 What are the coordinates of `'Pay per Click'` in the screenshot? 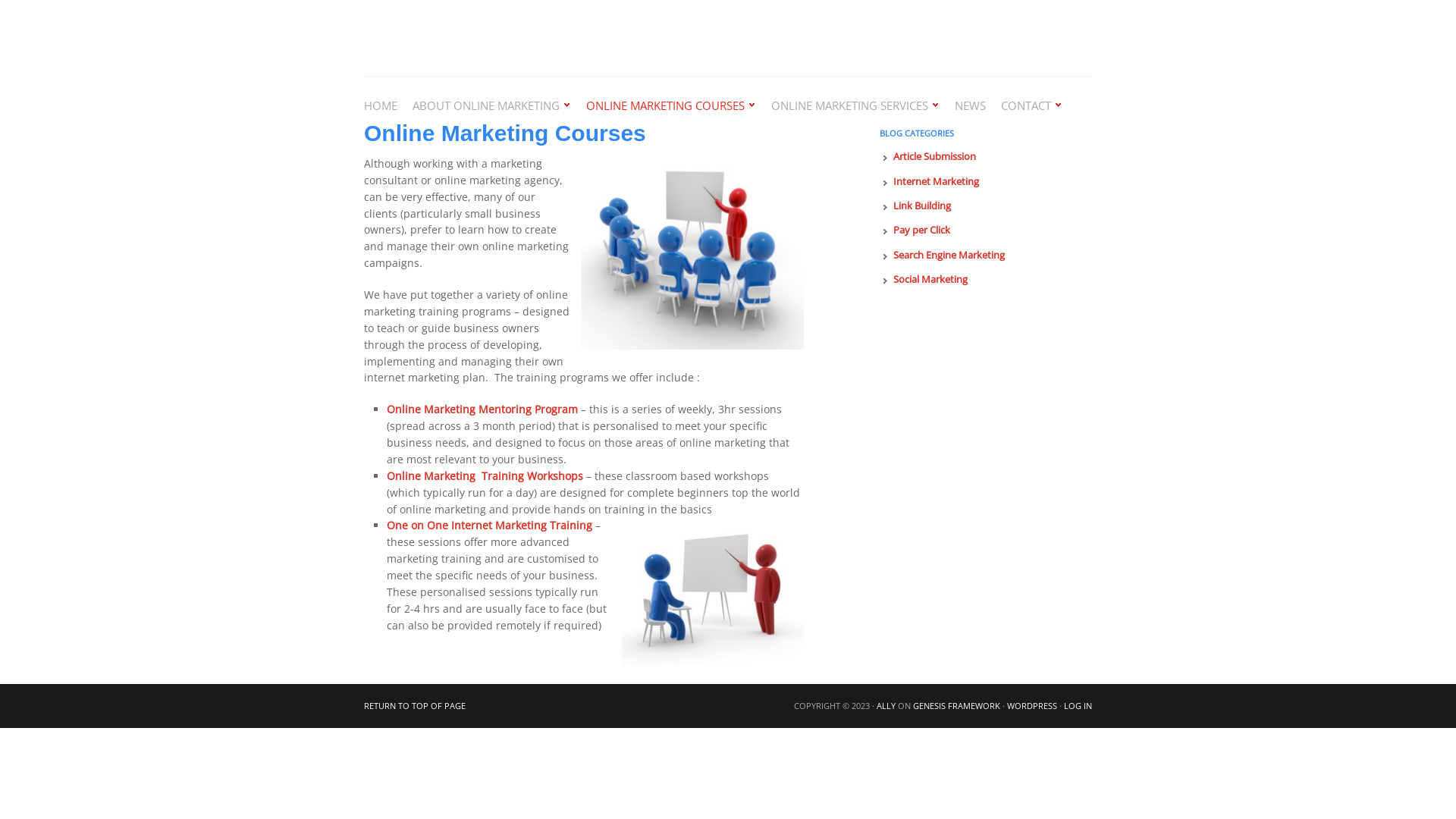 It's located at (921, 230).